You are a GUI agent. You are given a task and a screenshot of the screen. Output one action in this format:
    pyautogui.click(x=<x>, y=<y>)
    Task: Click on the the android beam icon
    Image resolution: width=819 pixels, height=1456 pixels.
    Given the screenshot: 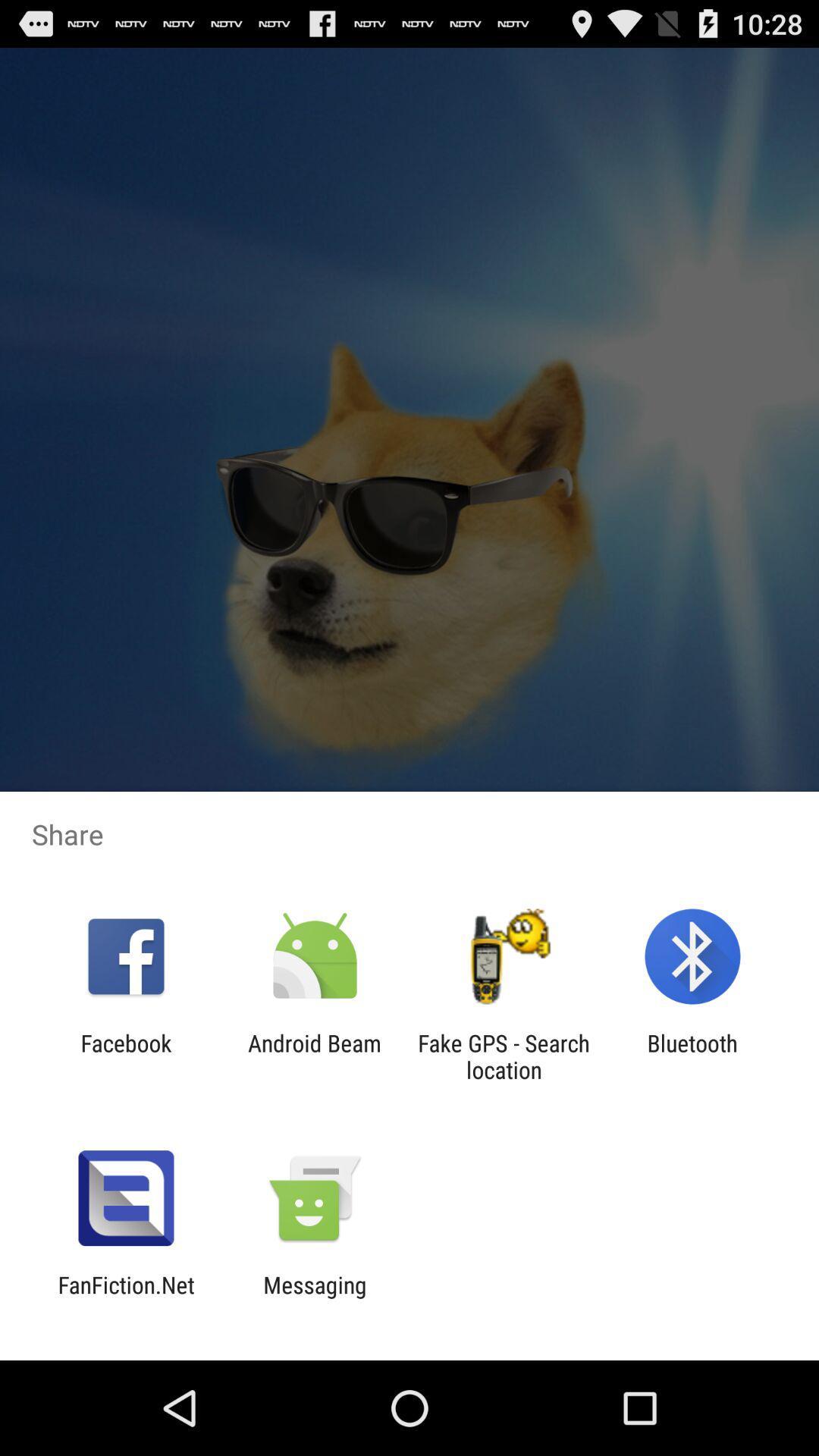 What is the action you would take?
    pyautogui.click(x=314, y=1056)
    